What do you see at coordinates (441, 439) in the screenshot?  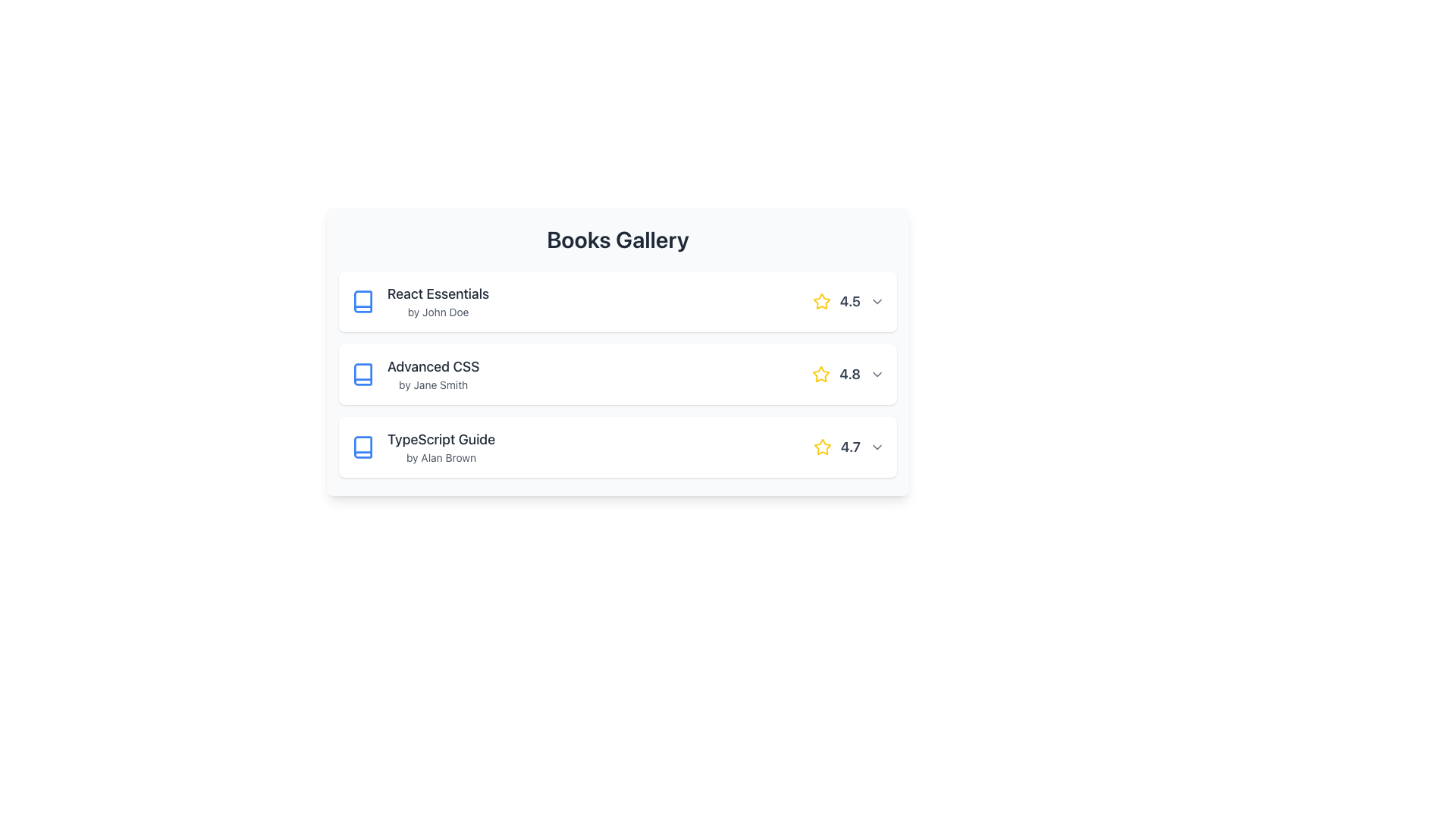 I see `on the text label titled 'TypeScript Guide', which is the primary title of the last book entry in the list` at bounding box center [441, 439].